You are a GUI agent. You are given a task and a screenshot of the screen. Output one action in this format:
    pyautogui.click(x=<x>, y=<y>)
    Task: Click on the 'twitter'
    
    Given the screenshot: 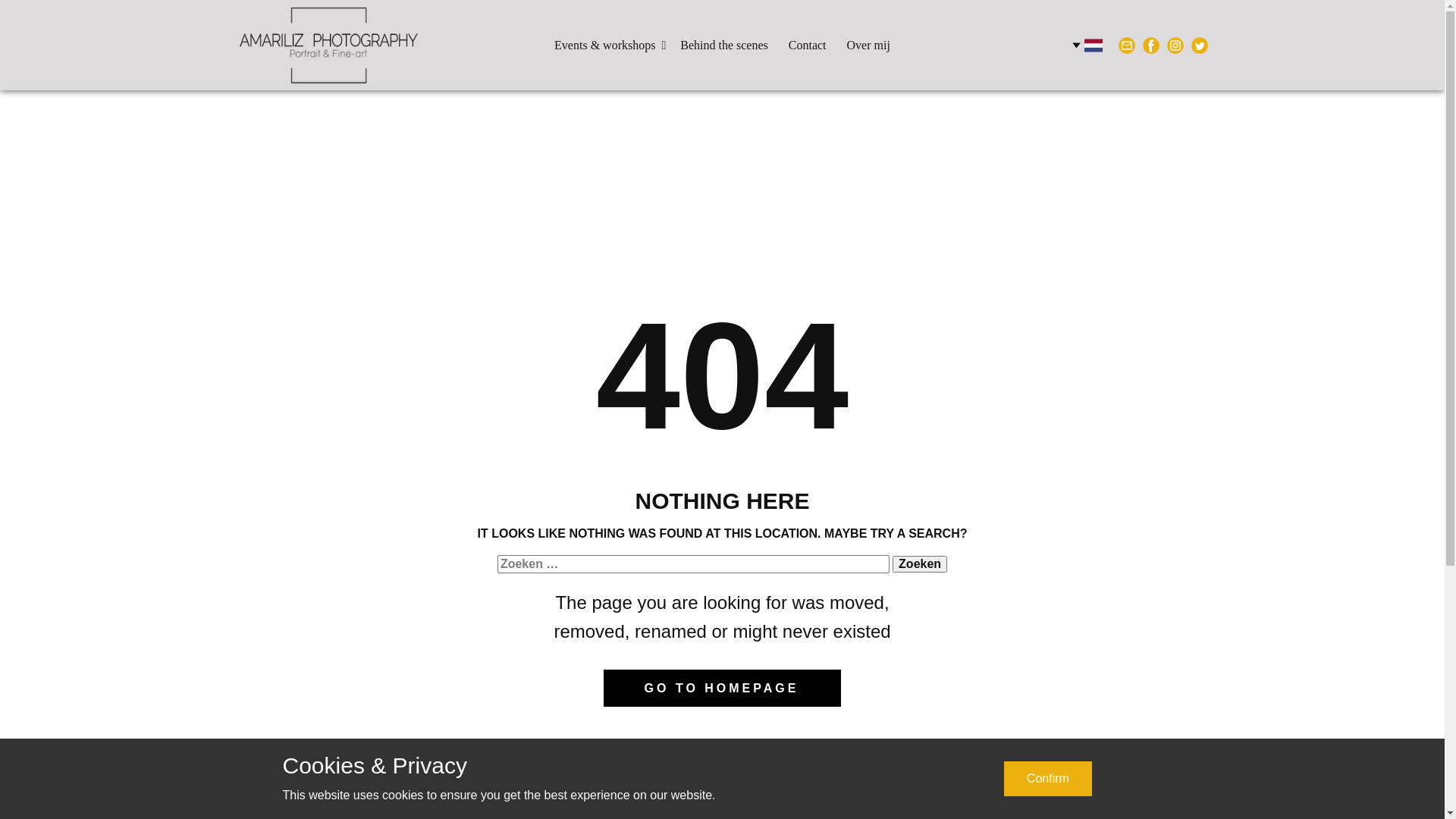 What is the action you would take?
    pyautogui.click(x=1189, y=45)
    